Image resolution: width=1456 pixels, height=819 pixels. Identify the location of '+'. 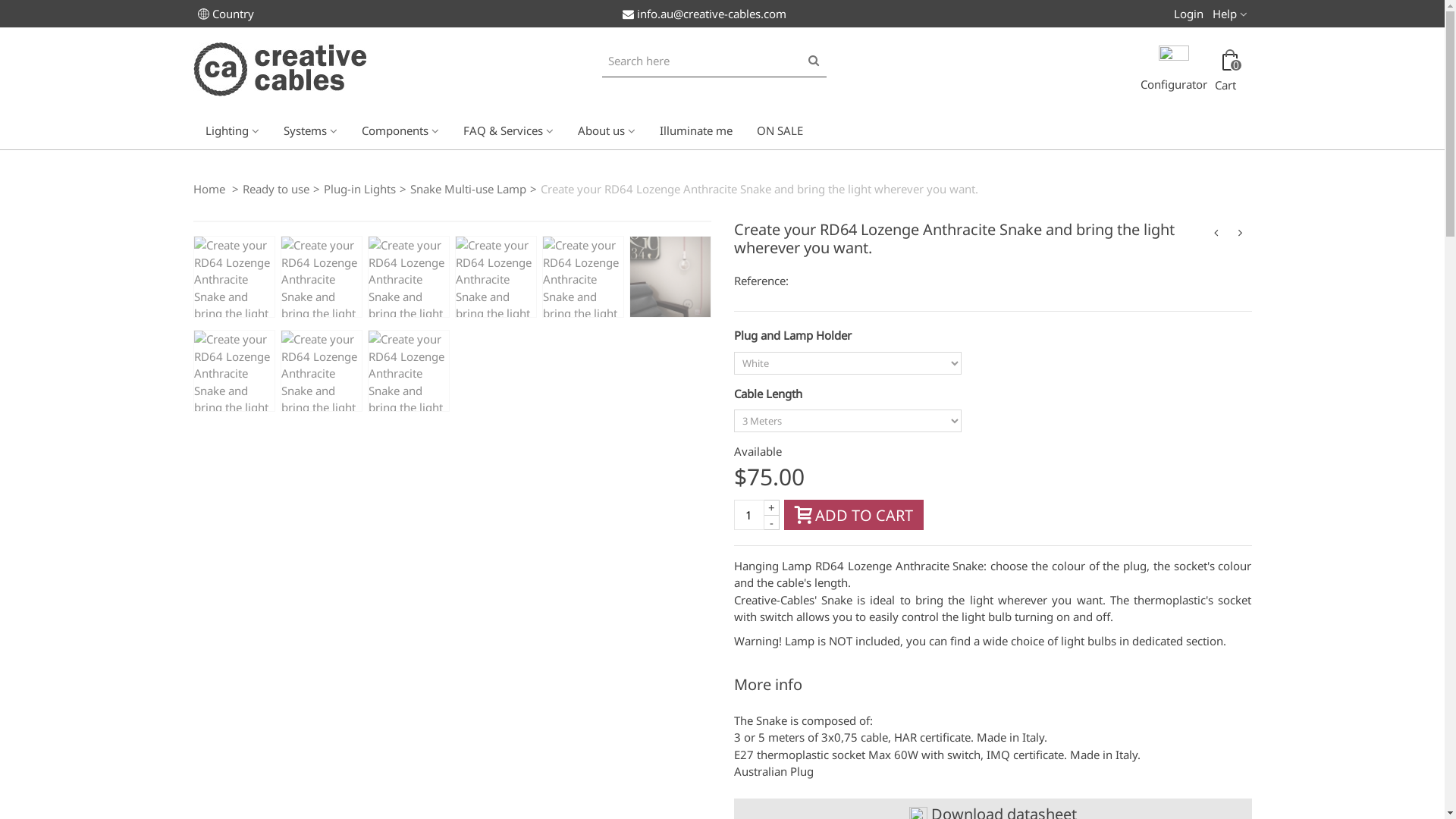
(771, 507).